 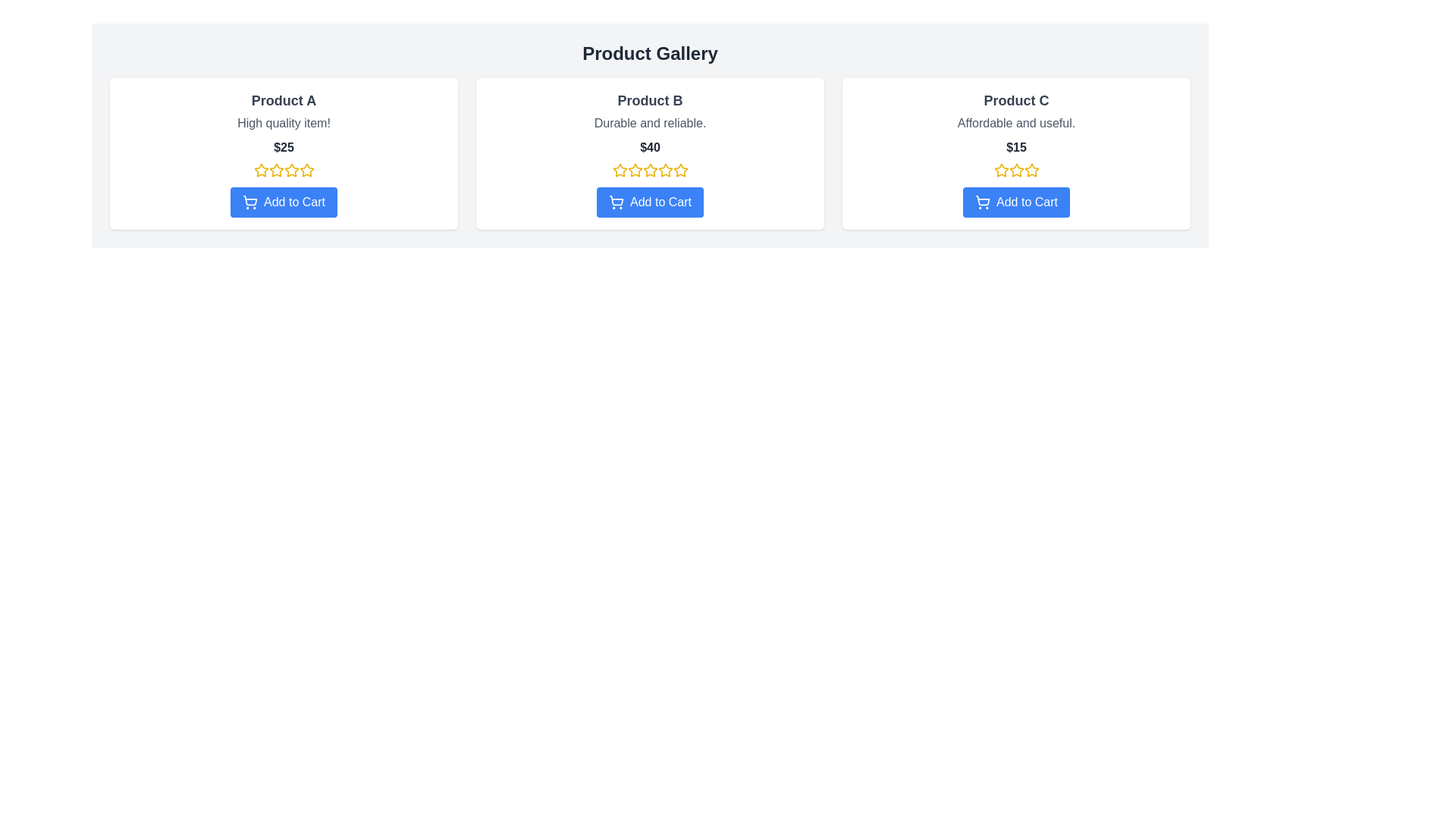 I want to click on the text label that reads 'Product B', which is a large, bold, dark gray heading located in the middle card of three horizontally aligned product cards, so click(x=650, y=100).